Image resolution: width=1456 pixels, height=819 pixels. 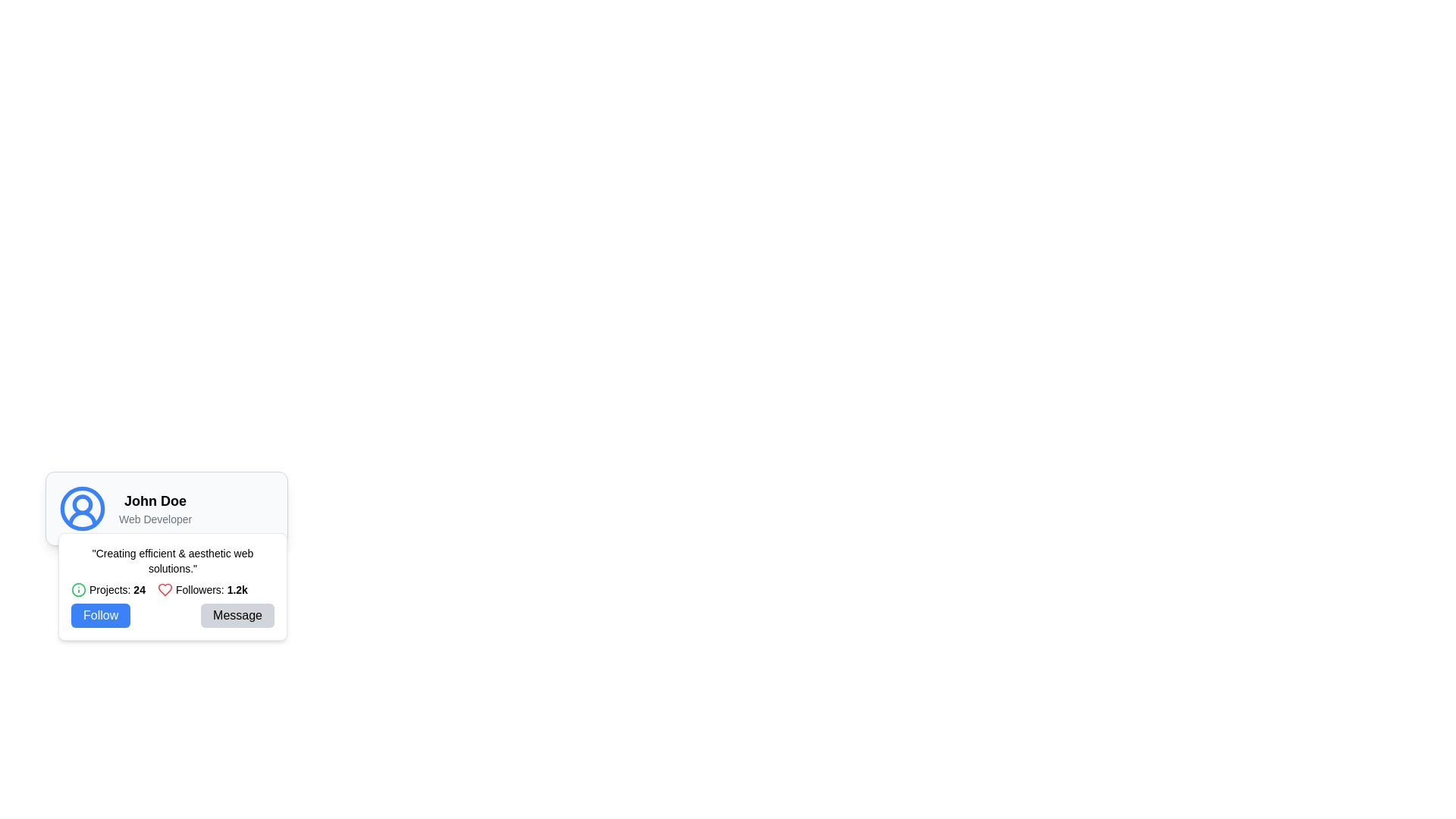 What do you see at coordinates (78, 589) in the screenshot?
I see `the information icon located to the far left of the 'Projects: 24' section for accessibility navigation` at bounding box center [78, 589].